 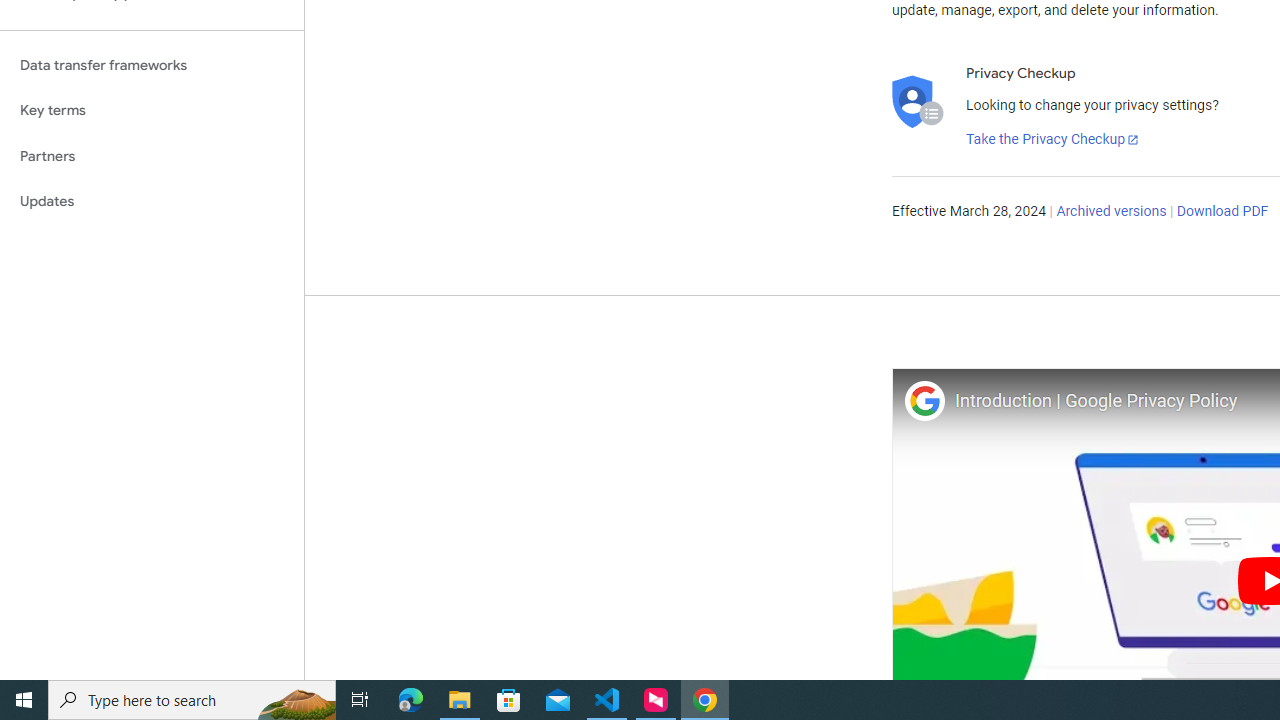 What do you see at coordinates (1052, 139) in the screenshot?
I see `'Take the Privacy Checkup'` at bounding box center [1052, 139].